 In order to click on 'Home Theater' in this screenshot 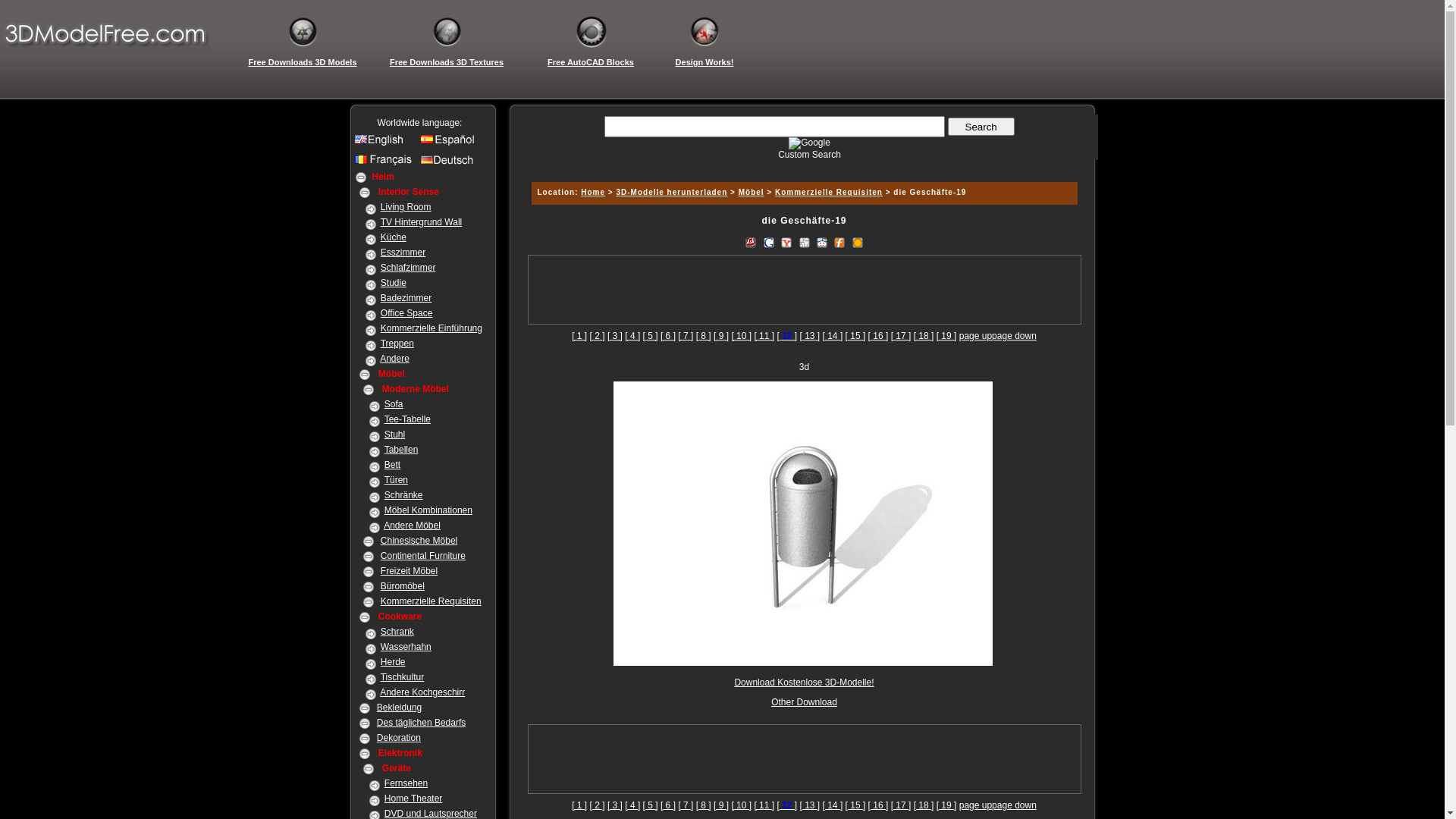, I will do `click(413, 798)`.